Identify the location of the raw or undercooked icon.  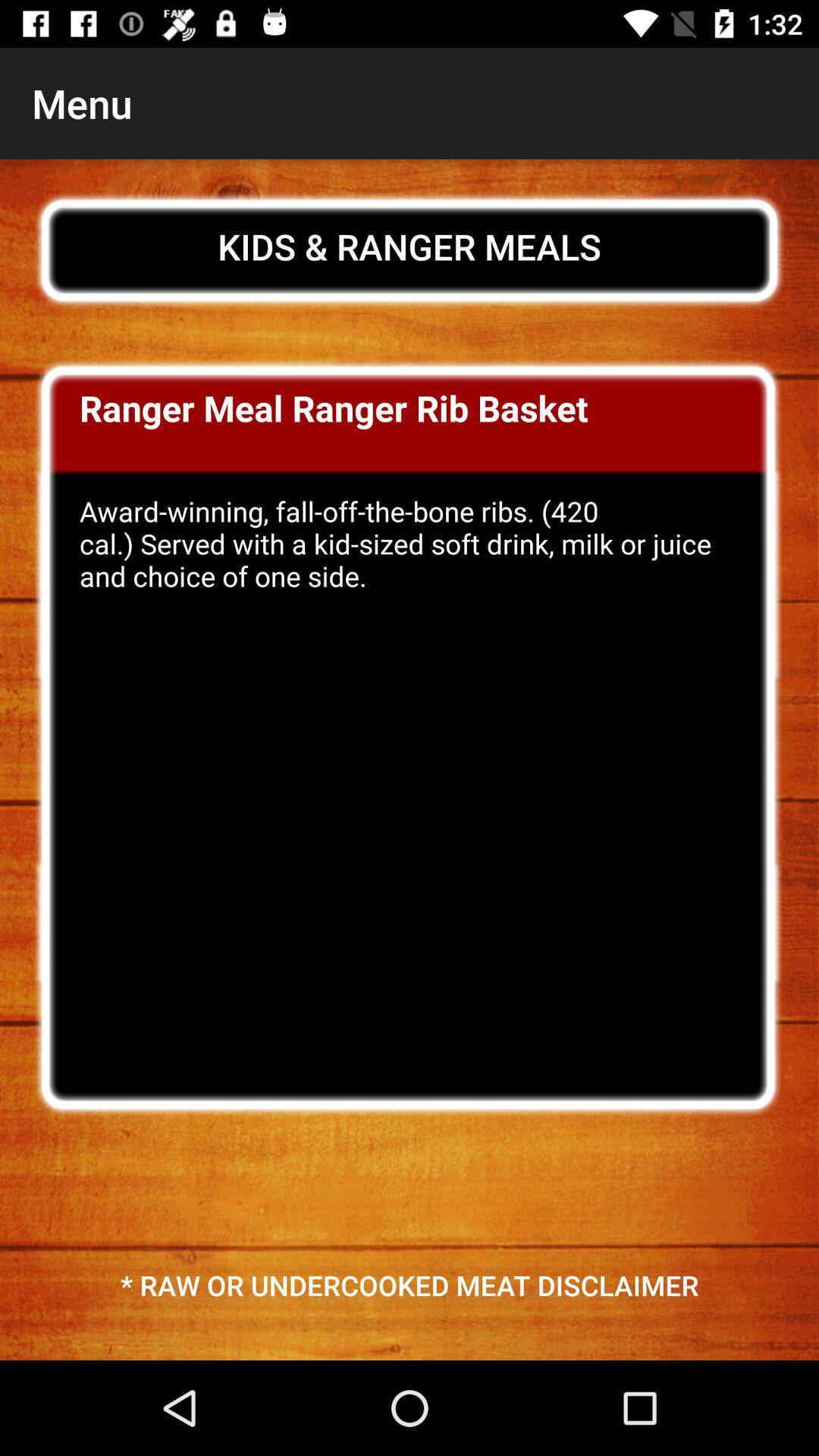
(409, 1284).